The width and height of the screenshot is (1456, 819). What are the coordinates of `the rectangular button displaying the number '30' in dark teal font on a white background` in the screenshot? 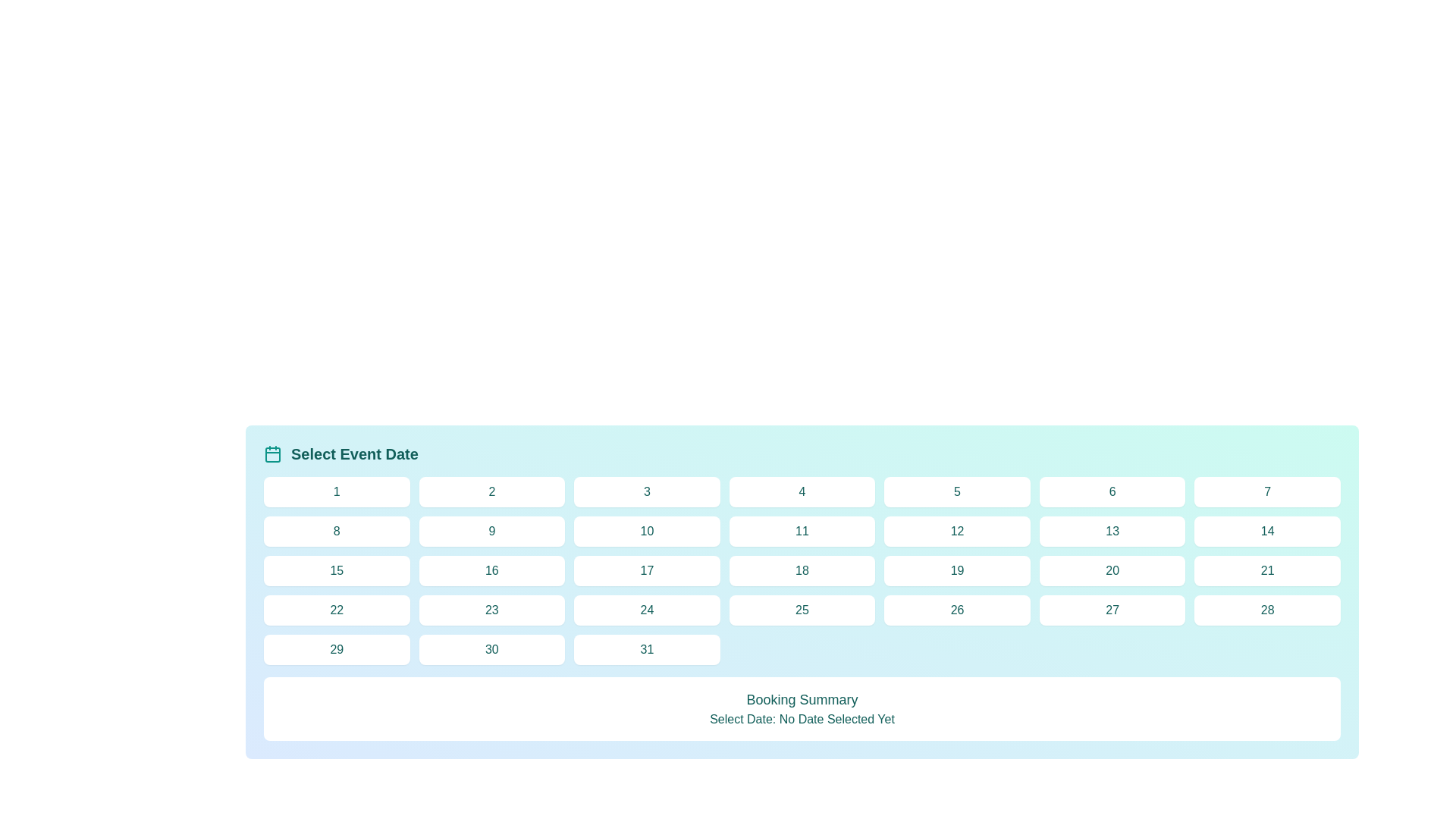 It's located at (491, 648).